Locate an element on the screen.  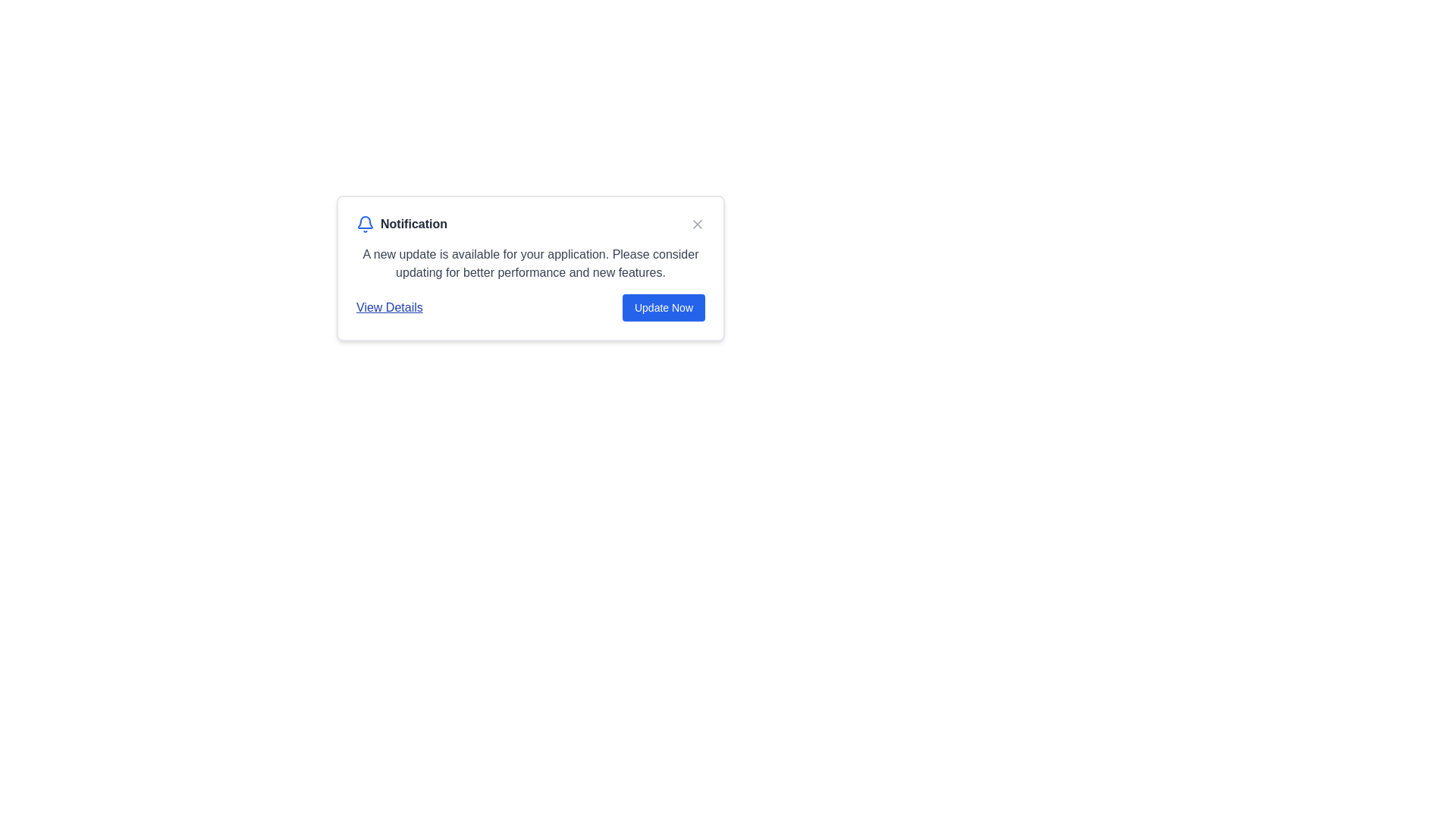
the blue bell icon located to the left of the text 'Notification' in the notification banner is located at coordinates (365, 224).